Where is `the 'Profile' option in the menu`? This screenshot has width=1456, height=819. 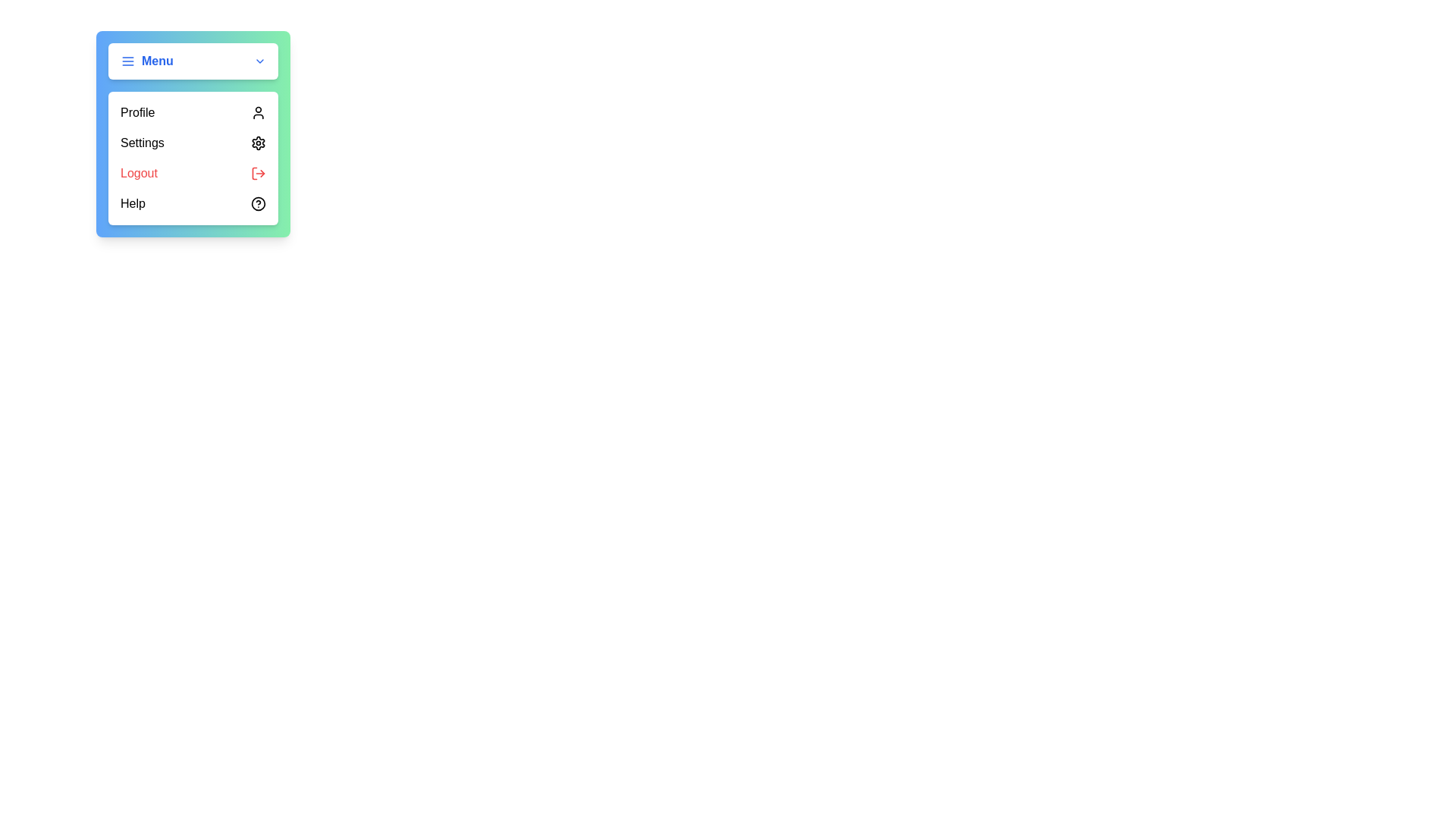
the 'Profile' option in the menu is located at coordinates (192, 112).